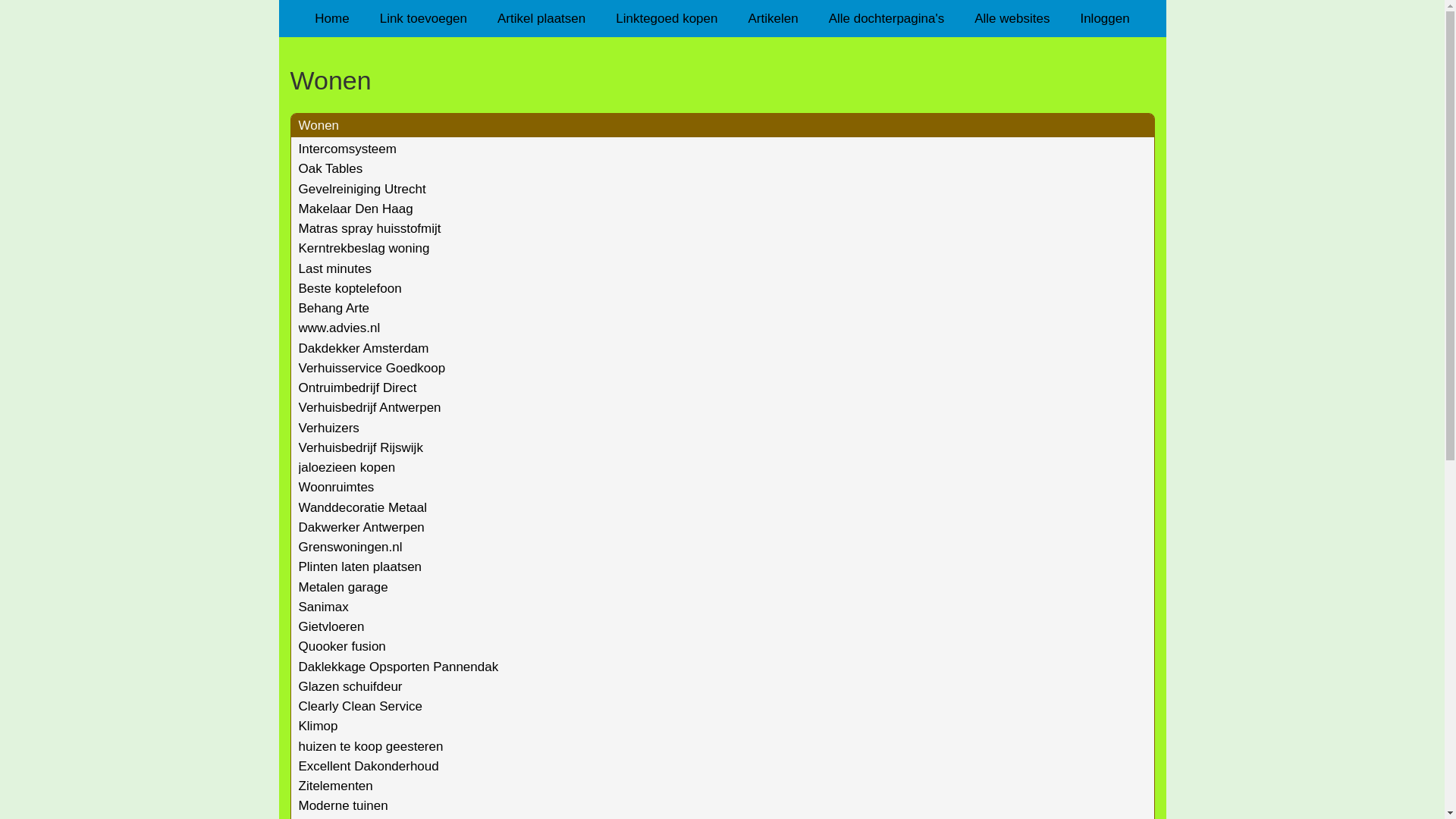  What do you see at coordinates (886, 18) in the screenshot?
I see `'Alle dochterpagina's'` at bounding box center [886, 18].